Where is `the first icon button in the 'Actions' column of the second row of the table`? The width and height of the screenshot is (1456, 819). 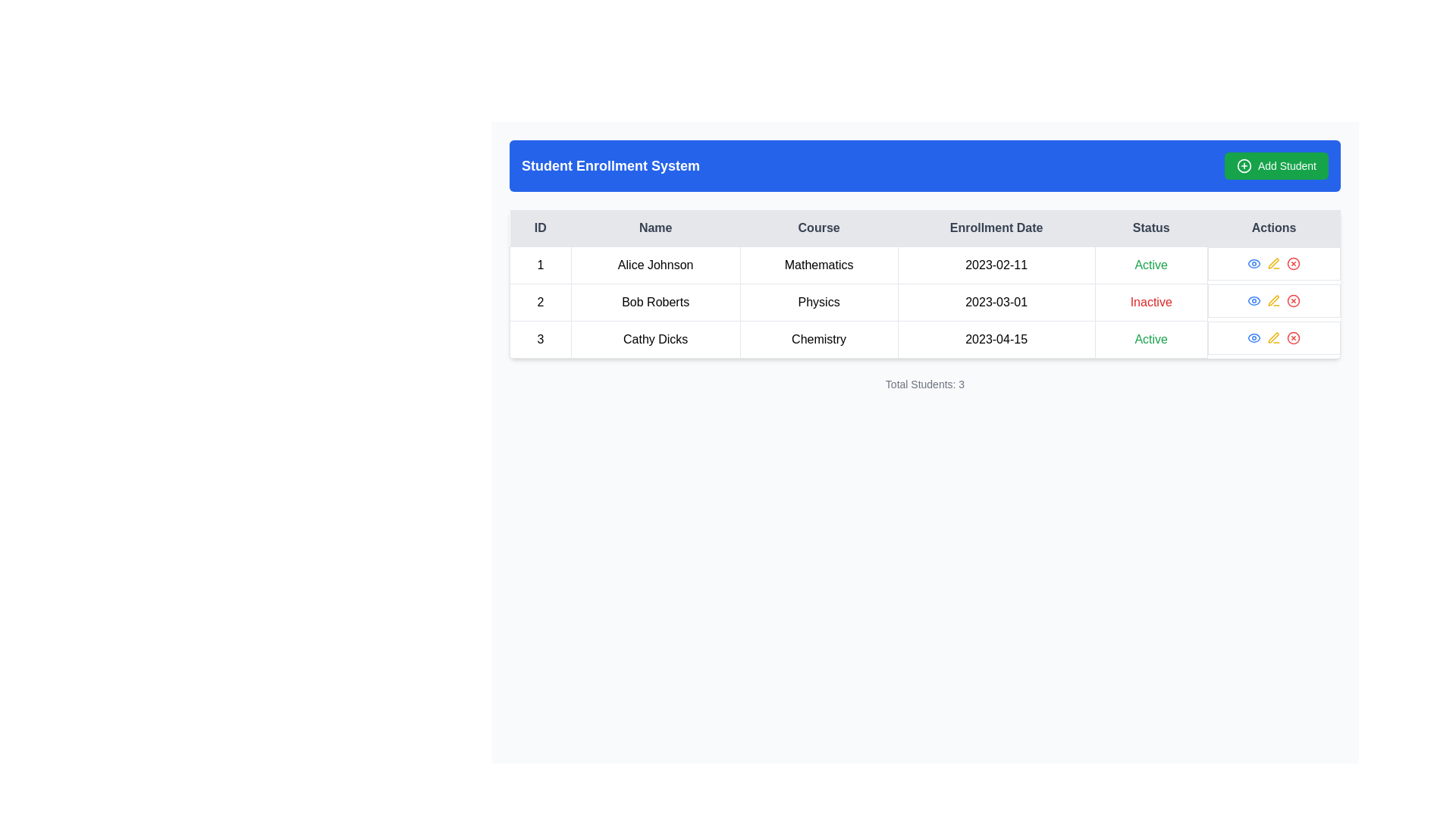 the first icon button in the 'Actions' column of the second row of the table is located at coordinates (1254, 262).